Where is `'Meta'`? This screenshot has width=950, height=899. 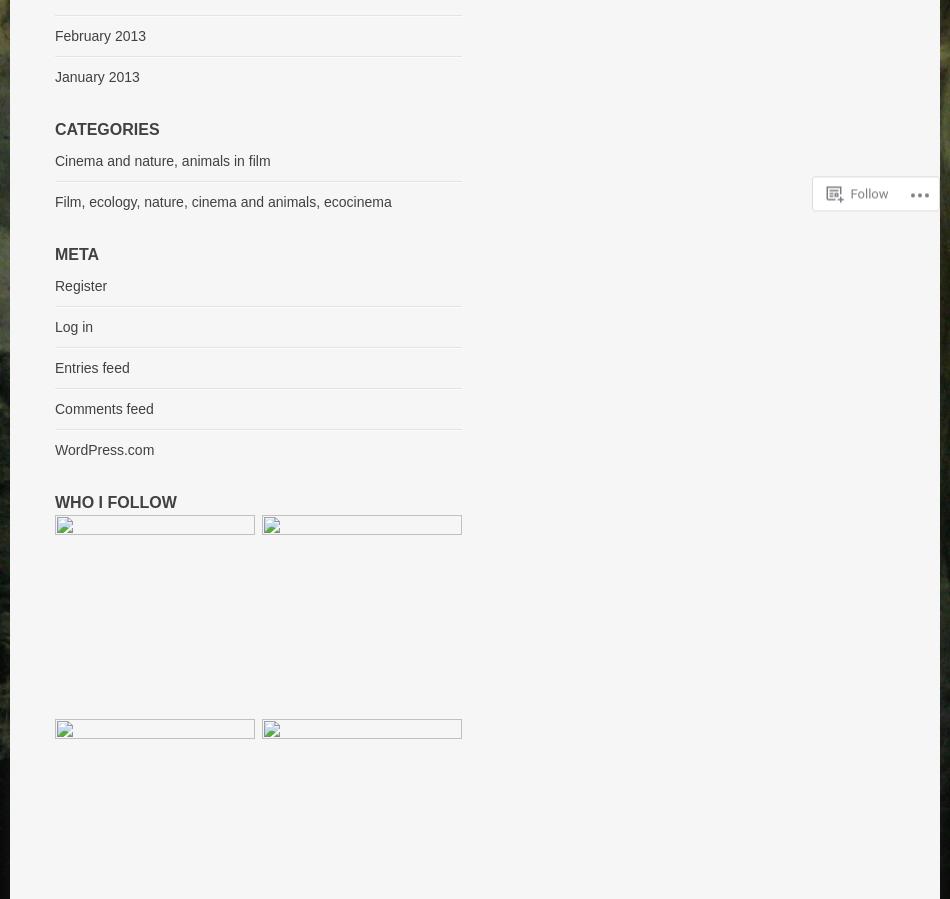 'Meta' is located at coordinates (55, 254).